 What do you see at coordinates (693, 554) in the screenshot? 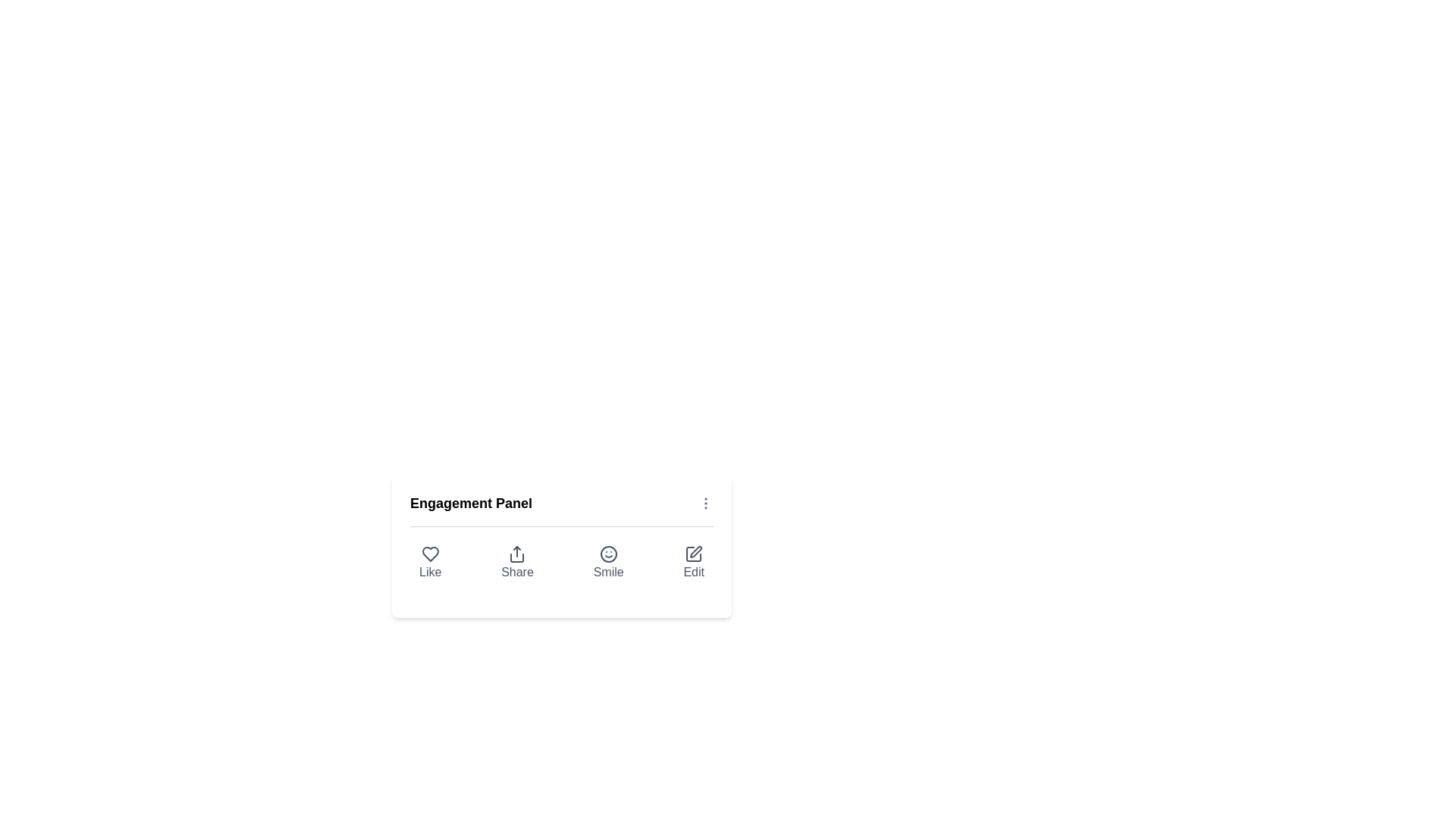
I see `the square-shaped outline with rounded corners that serves as a frame in the 'square pen' icon located in the bottom right corner of the 'Engagement Panel'` at bounding box center [693, 554].